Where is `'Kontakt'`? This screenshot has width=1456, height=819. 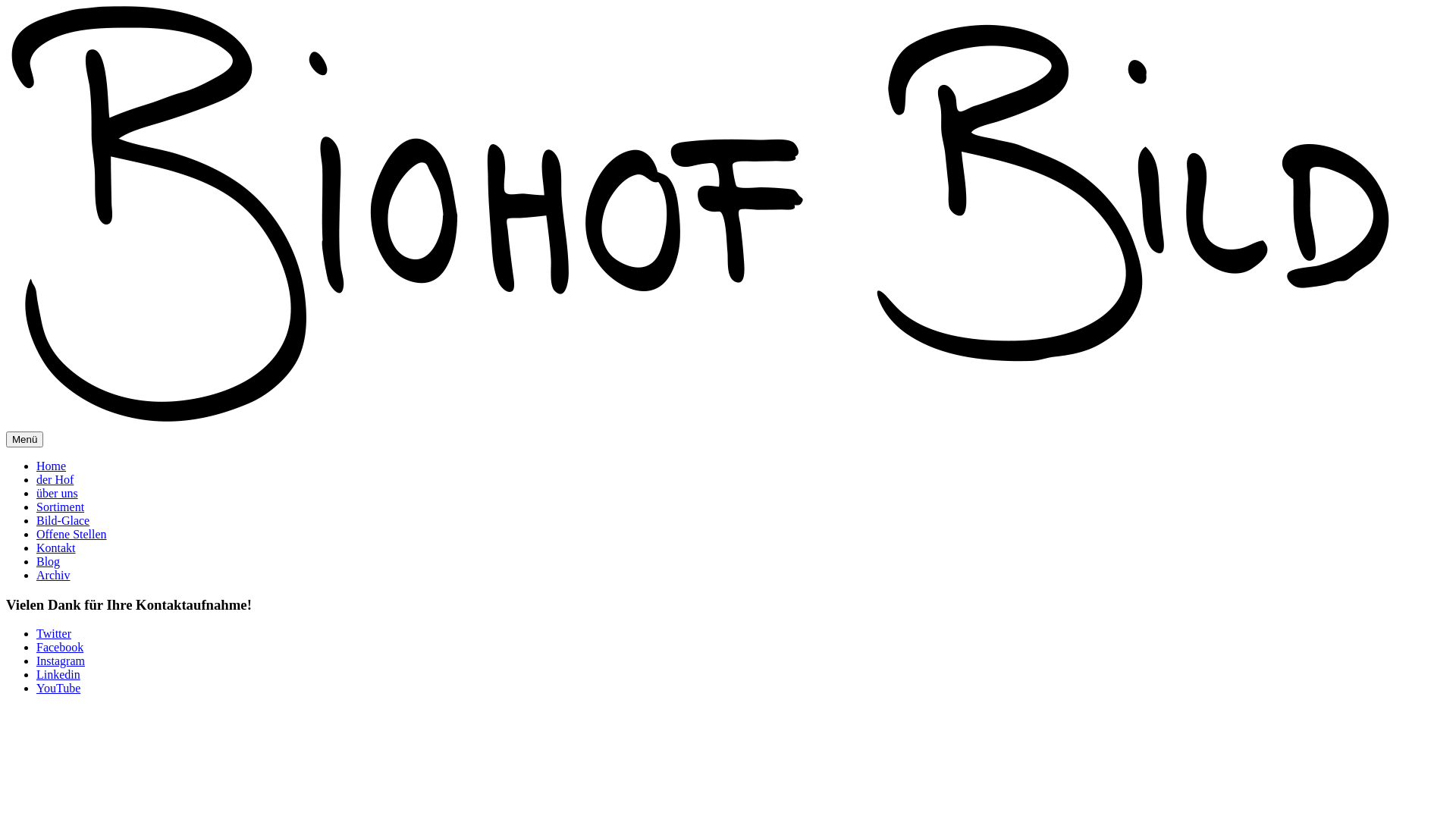 'Kontakt' is located at coordinates (55, 548).